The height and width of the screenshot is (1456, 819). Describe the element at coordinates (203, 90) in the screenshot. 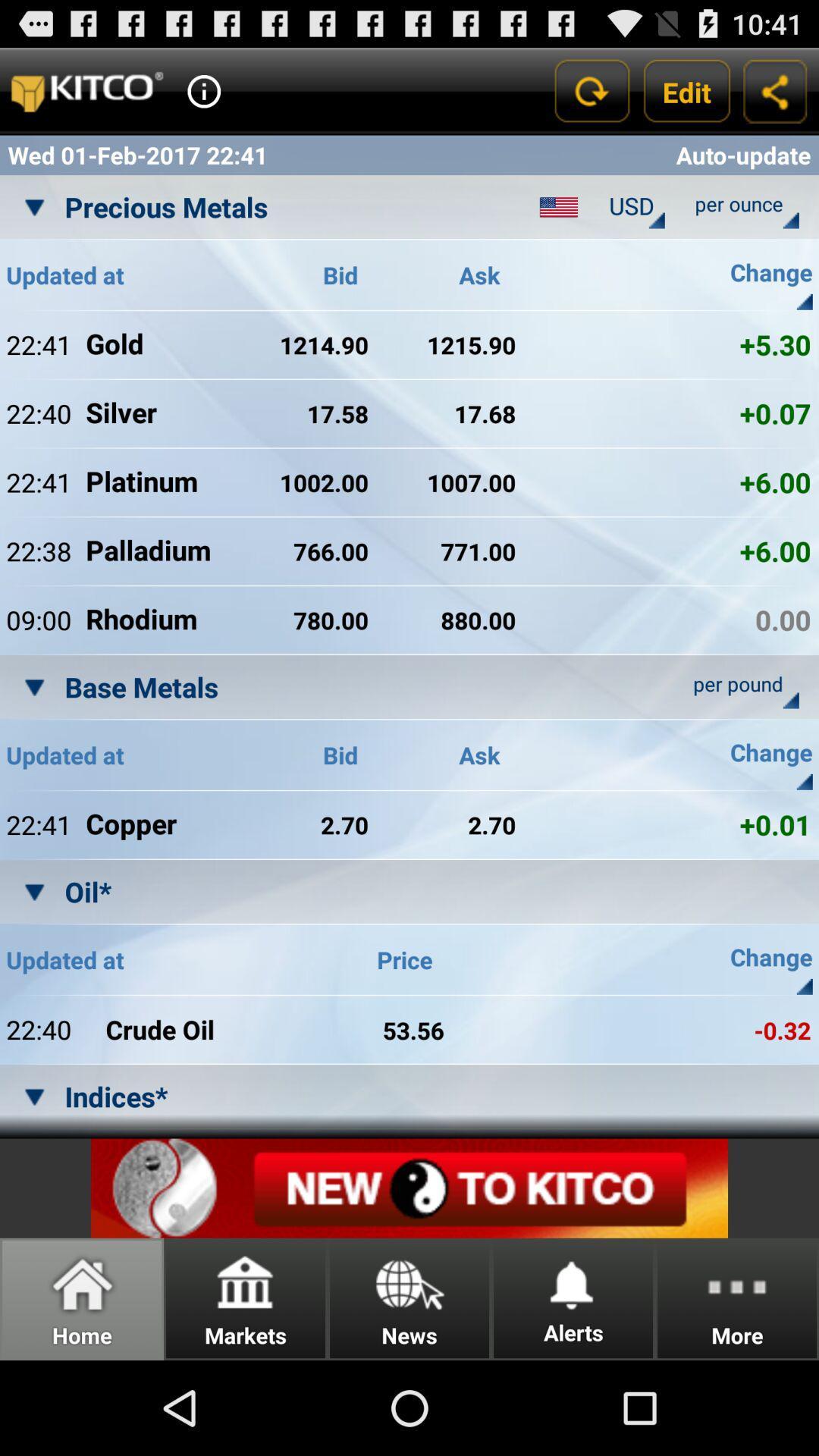

I see `i` at that location.